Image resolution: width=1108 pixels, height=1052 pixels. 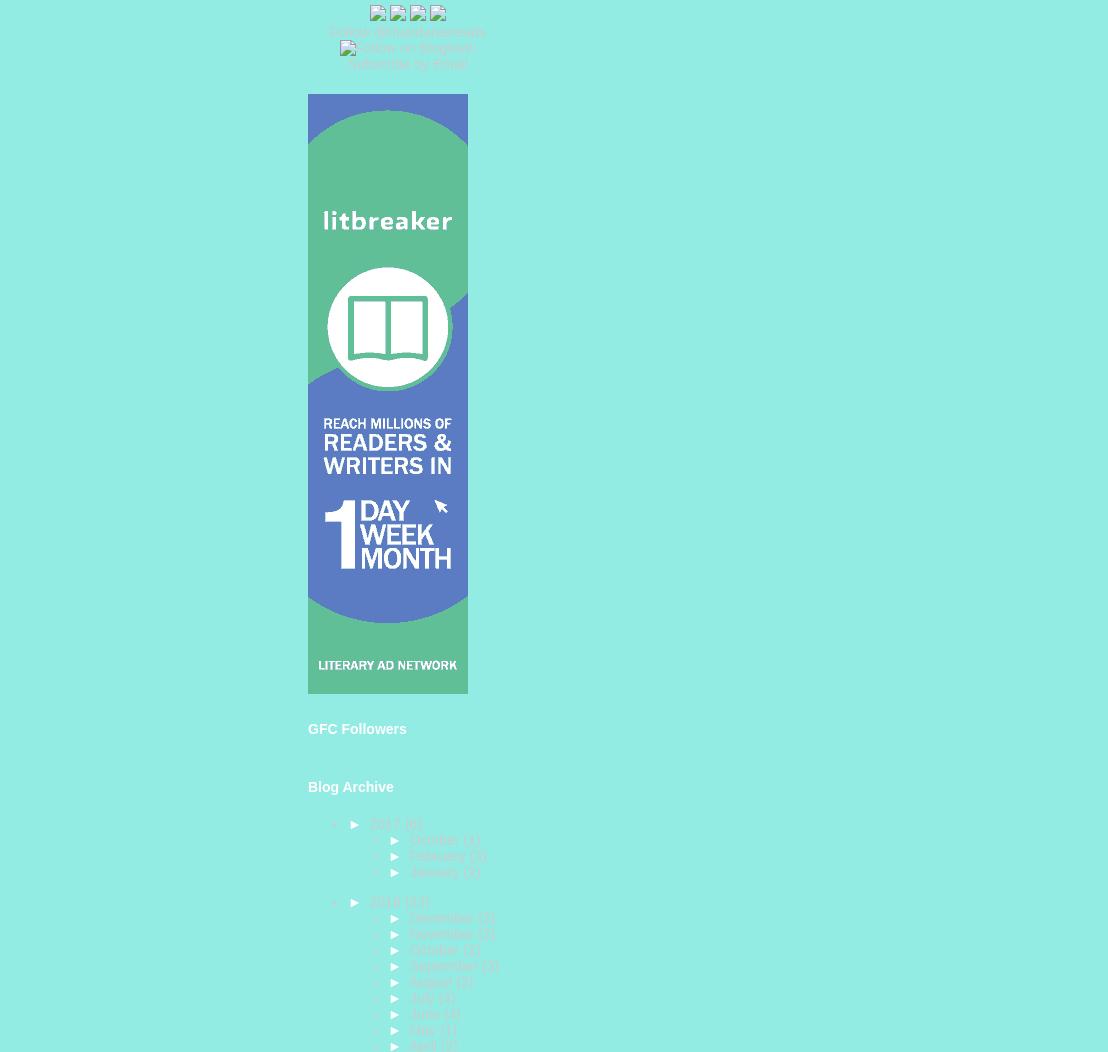 I want to click on '2017', so click(x=386, y=822).